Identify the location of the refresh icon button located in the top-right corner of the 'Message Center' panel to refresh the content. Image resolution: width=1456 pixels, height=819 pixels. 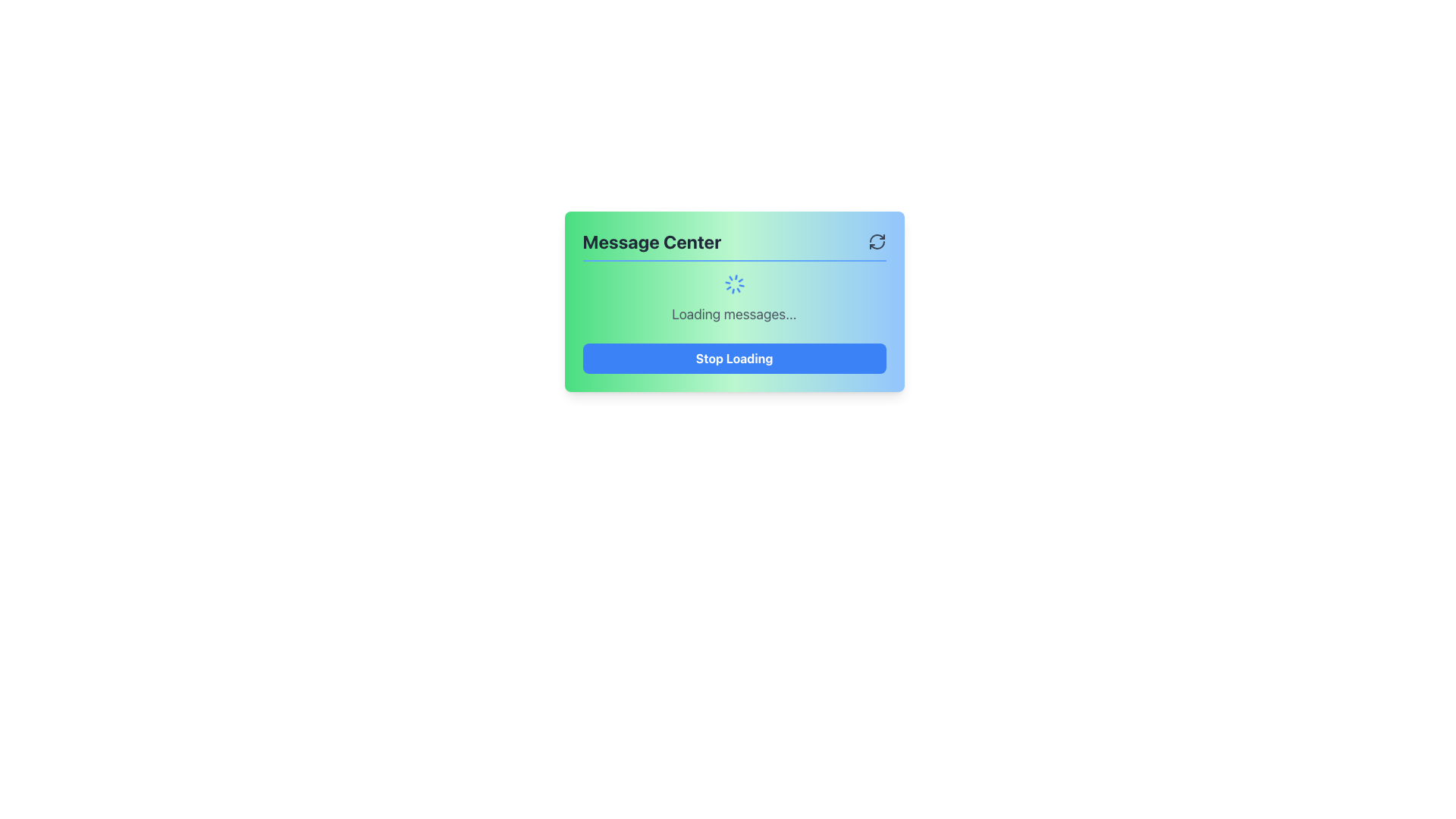
(877, 241).